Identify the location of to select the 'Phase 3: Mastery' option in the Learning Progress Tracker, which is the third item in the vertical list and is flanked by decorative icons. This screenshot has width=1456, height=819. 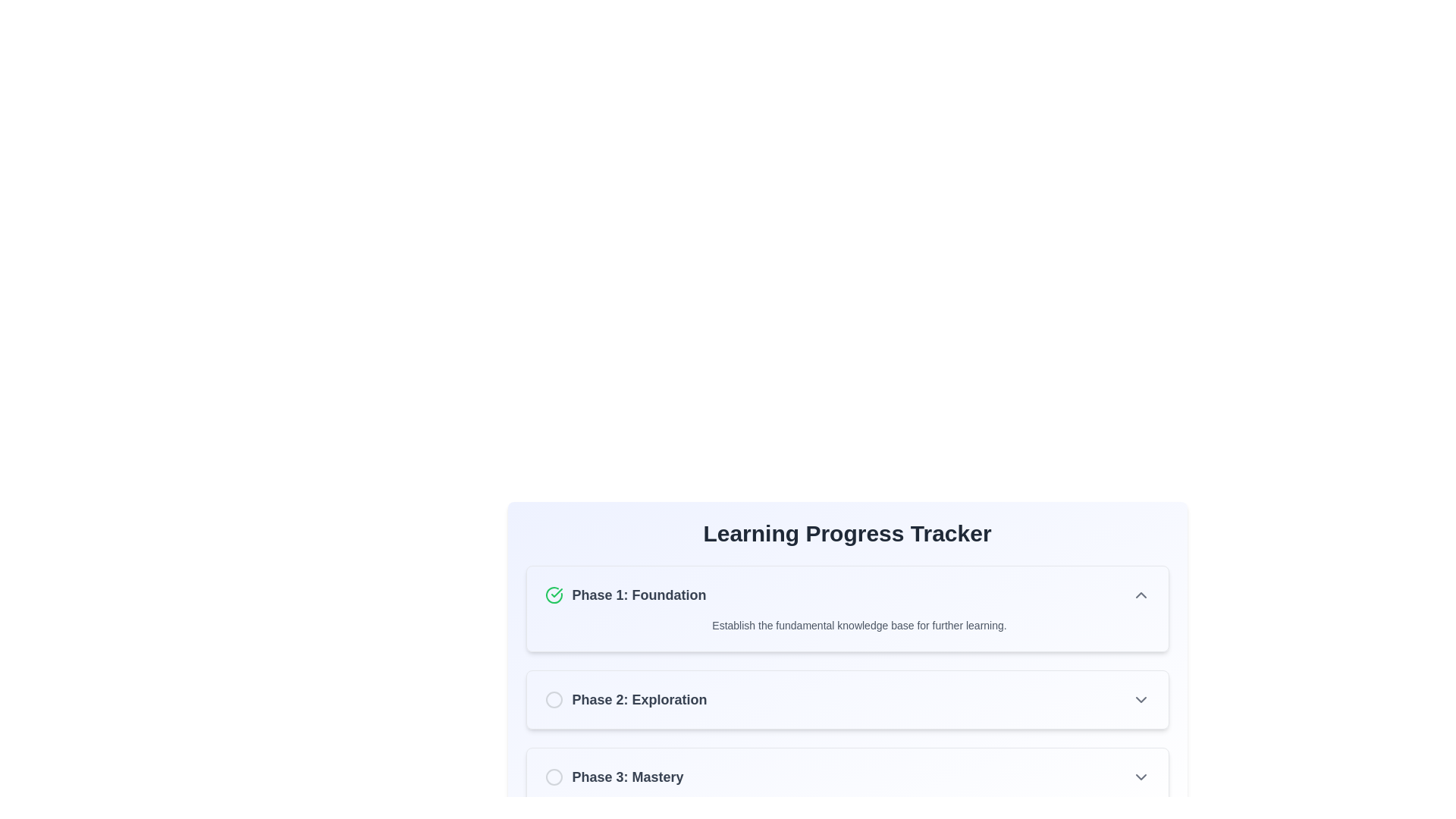
(846, 777).